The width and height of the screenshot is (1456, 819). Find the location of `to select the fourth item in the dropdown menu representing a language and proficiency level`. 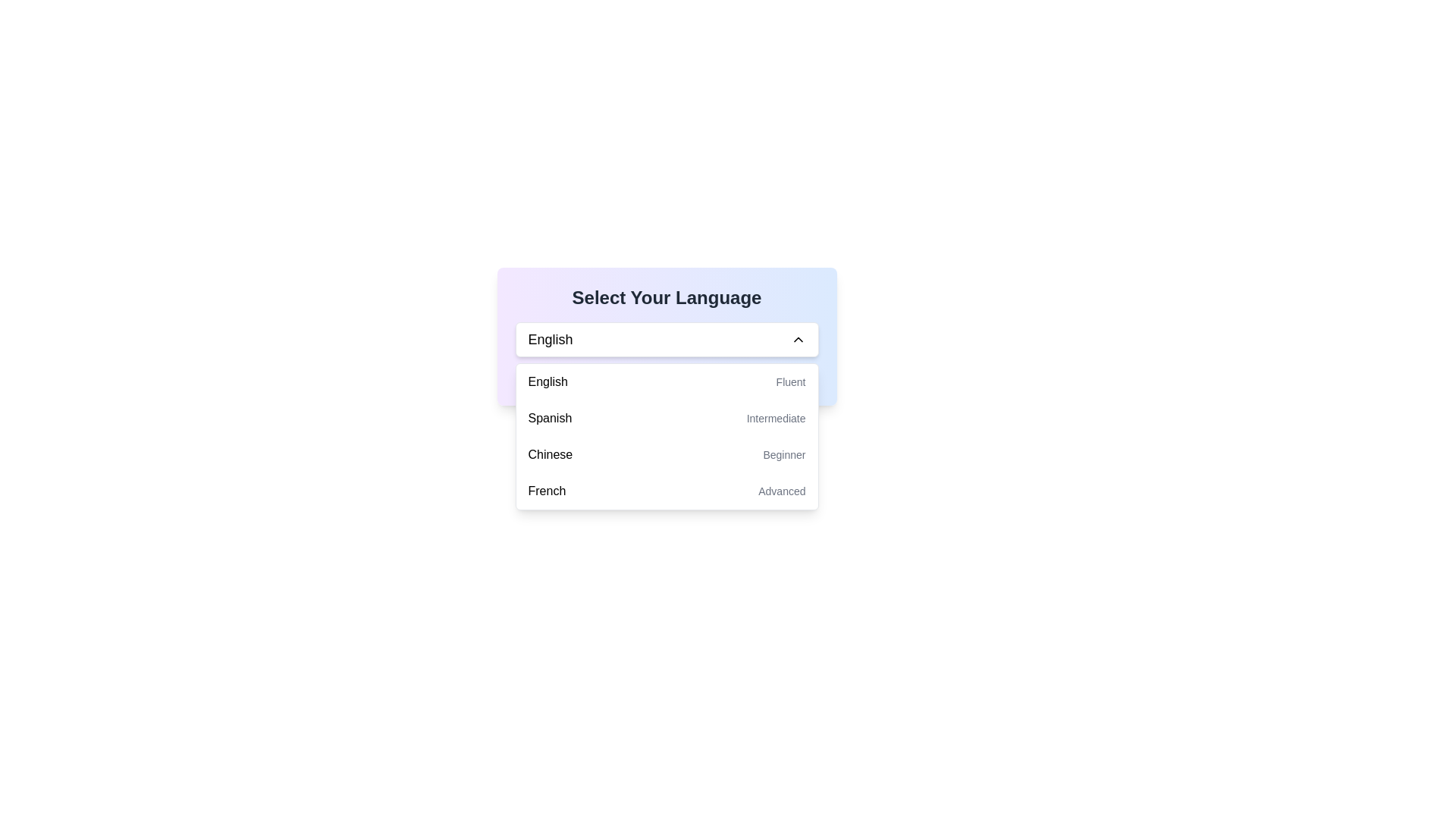

to select the fourth item in the dropdown menu representing a language and proficiency level is located at coordinates (667, 491).